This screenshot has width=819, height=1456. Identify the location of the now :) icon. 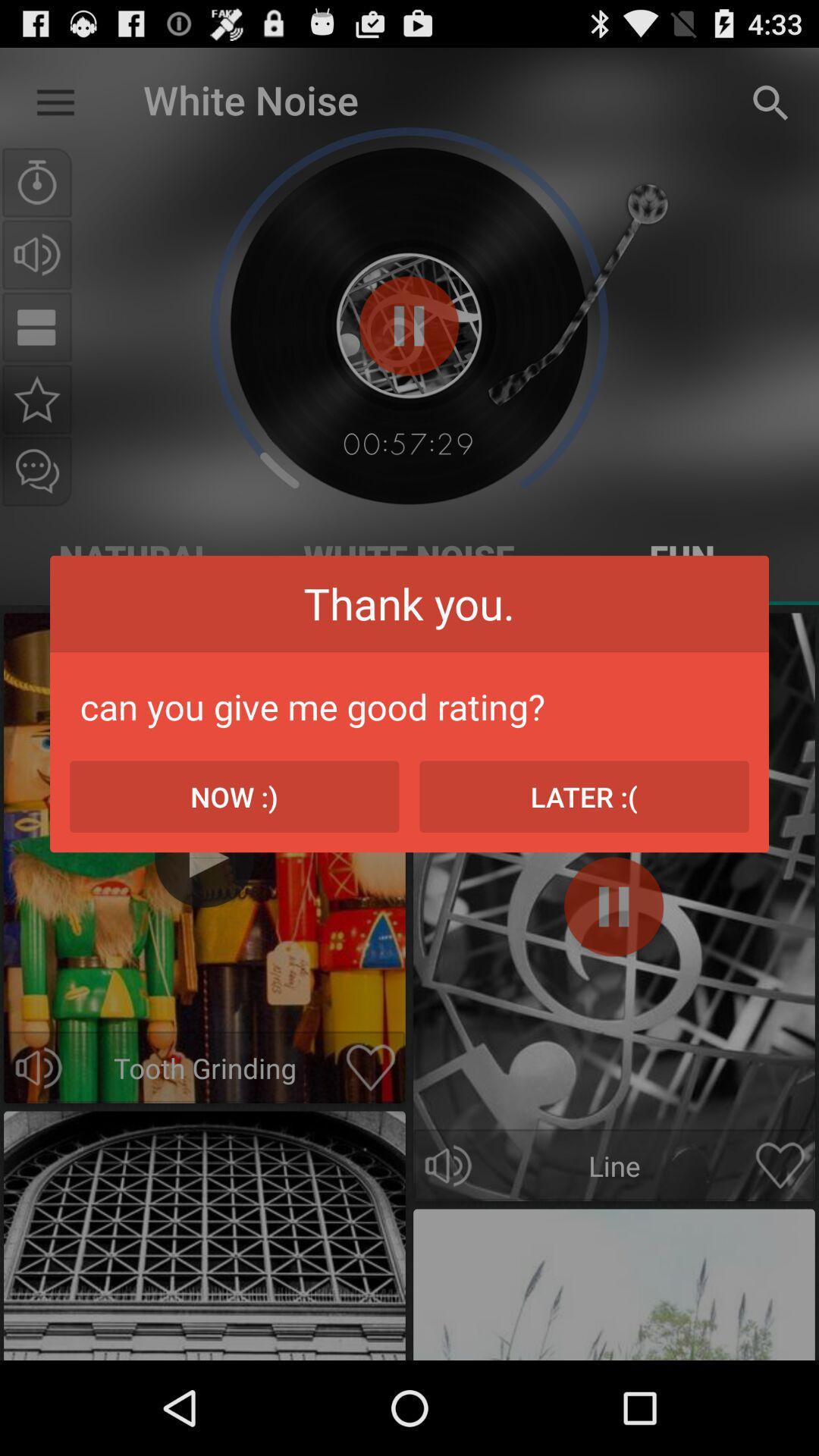
(234, 795).